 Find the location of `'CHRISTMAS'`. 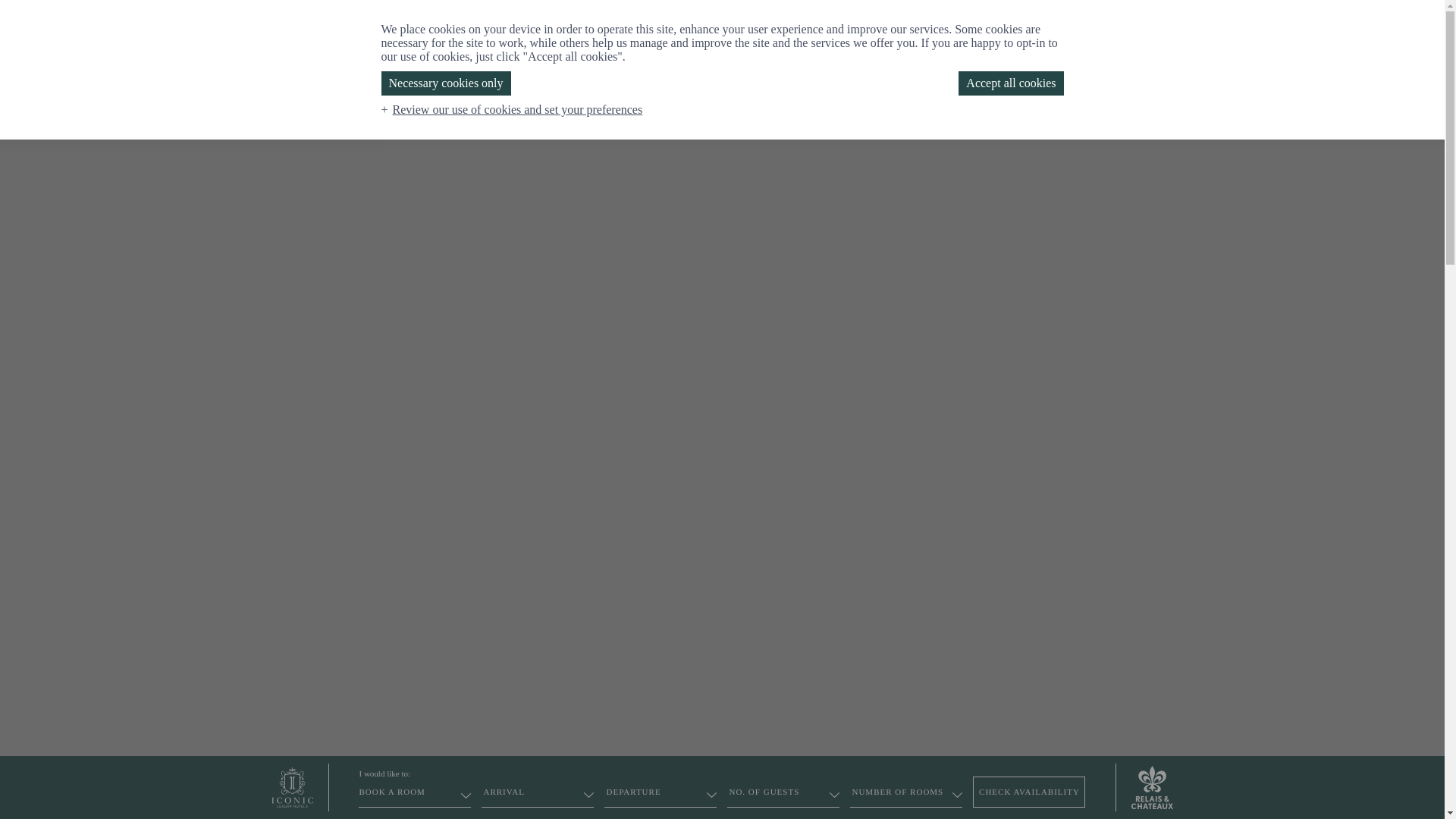

'CHRISTMAS' is located at coordinates (728, 109).